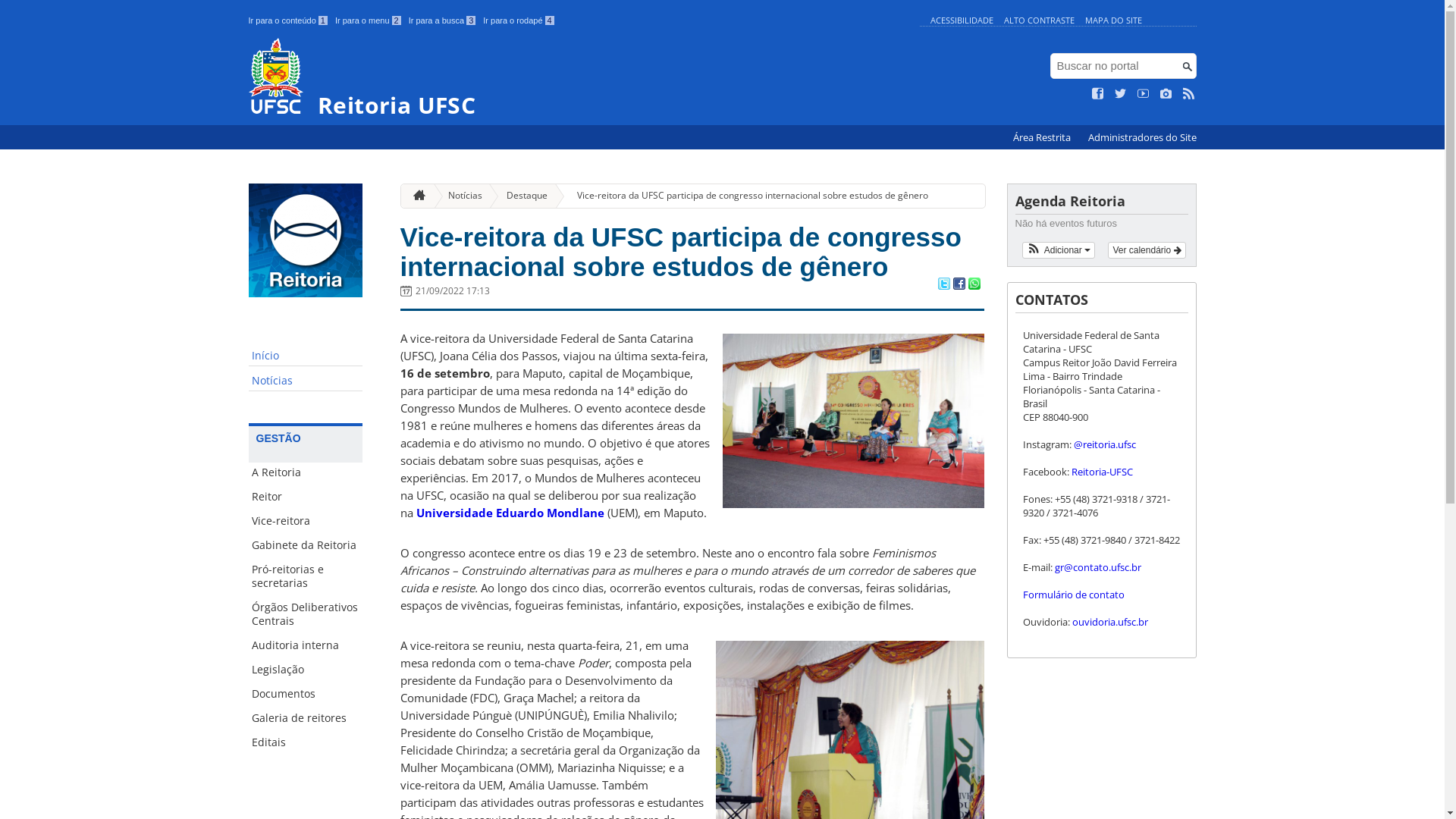  What do you see at coordinates (1113, 573) in the screenshot?
I see `'gr@contato.ufsc.br'` at bounding box center [1113, 573].